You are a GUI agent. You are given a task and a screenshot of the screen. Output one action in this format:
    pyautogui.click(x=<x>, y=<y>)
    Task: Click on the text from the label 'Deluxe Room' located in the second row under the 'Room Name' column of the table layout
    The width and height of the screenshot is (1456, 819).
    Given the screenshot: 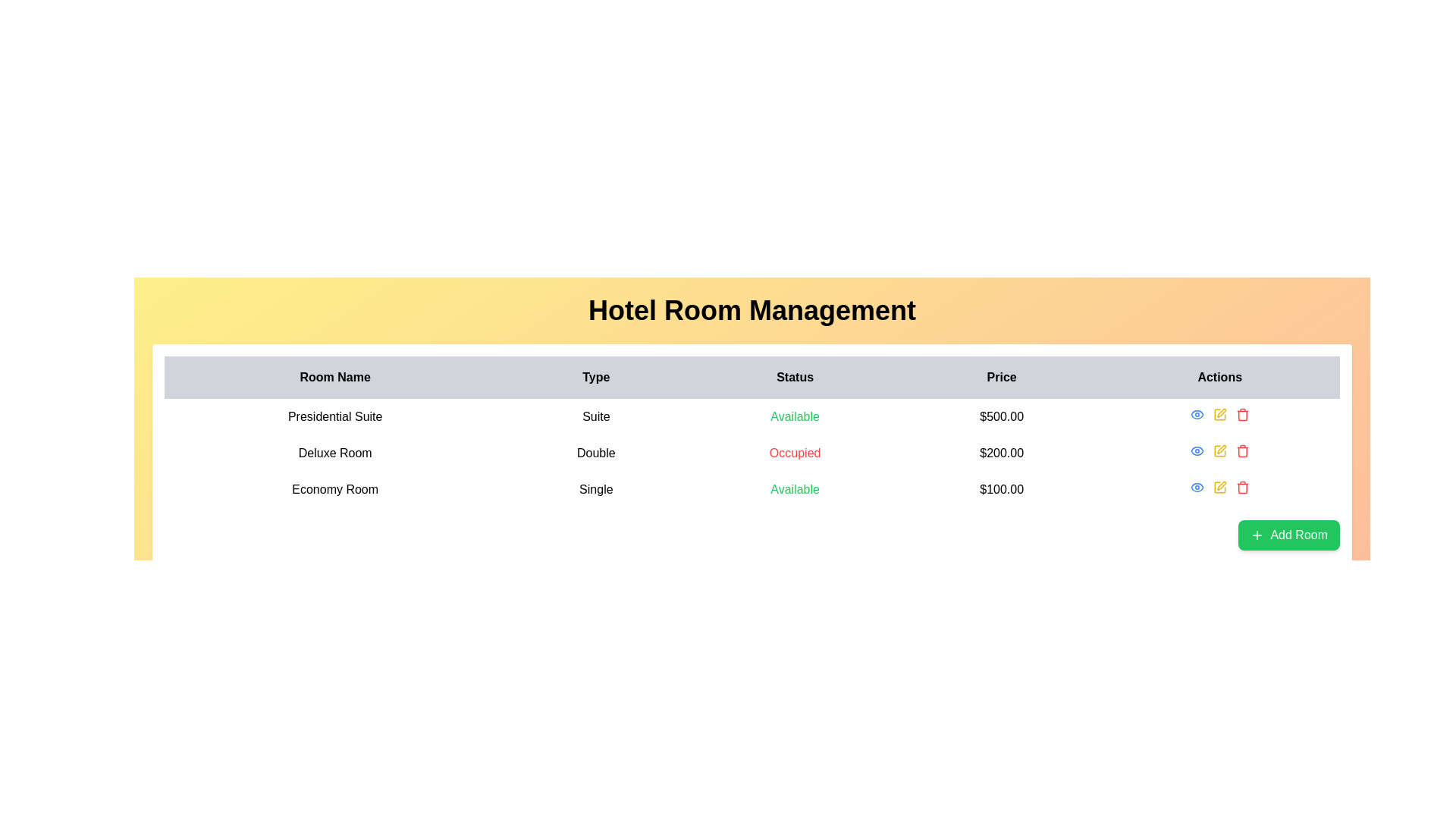 What is the action you would take?
    pyautogui.click(x=334, y=452)
    